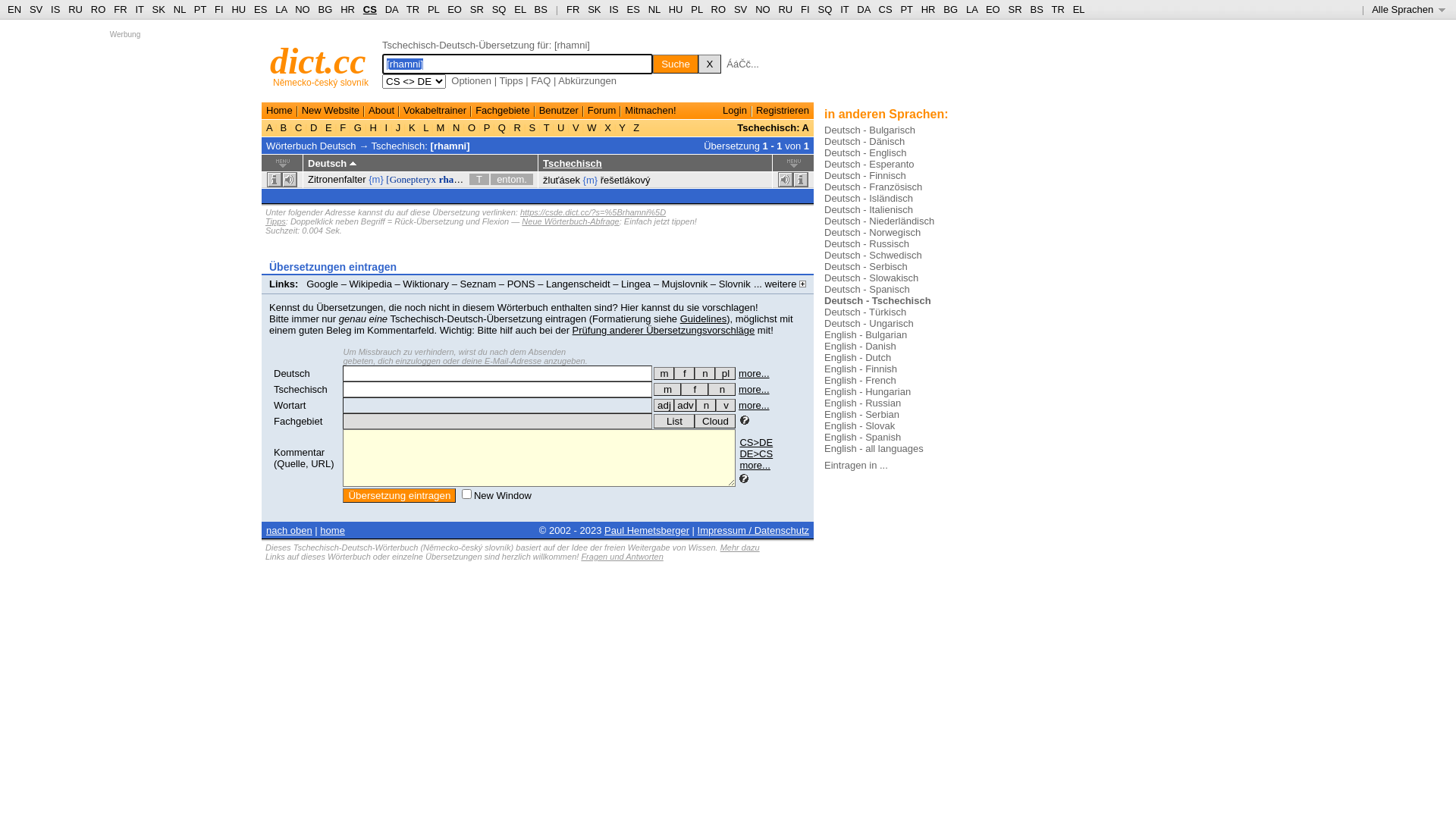  Describe the element at coordinates (519, 9) in the screenshot. I see `'EL'` at that location.